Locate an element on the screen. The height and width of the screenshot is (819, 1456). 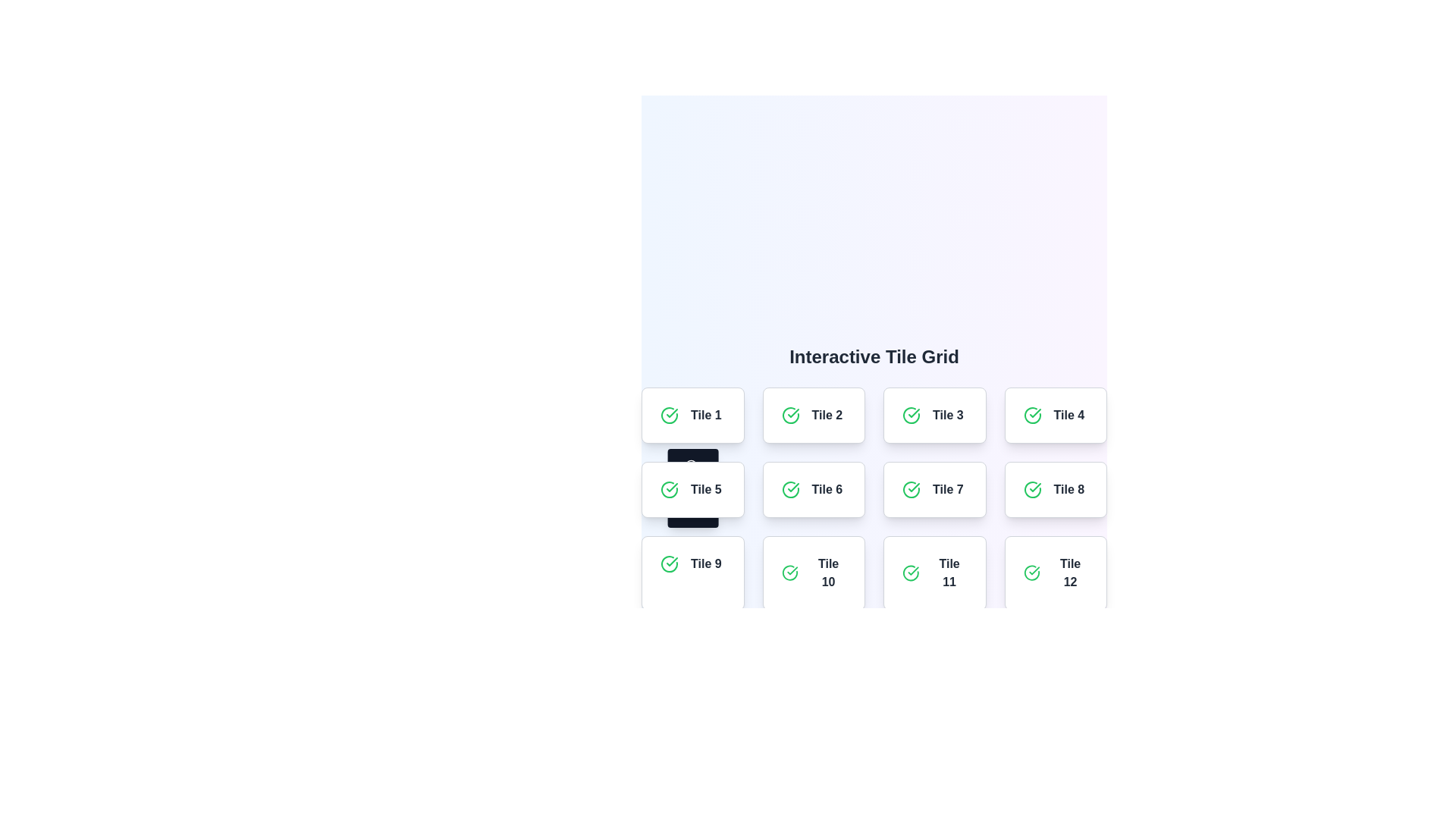
the visual indicator icon that represents a 'checked' or 'selected' state for 'Tile 8', located in the second row and fourth column of the grid is located at coordinates (1031, 489).